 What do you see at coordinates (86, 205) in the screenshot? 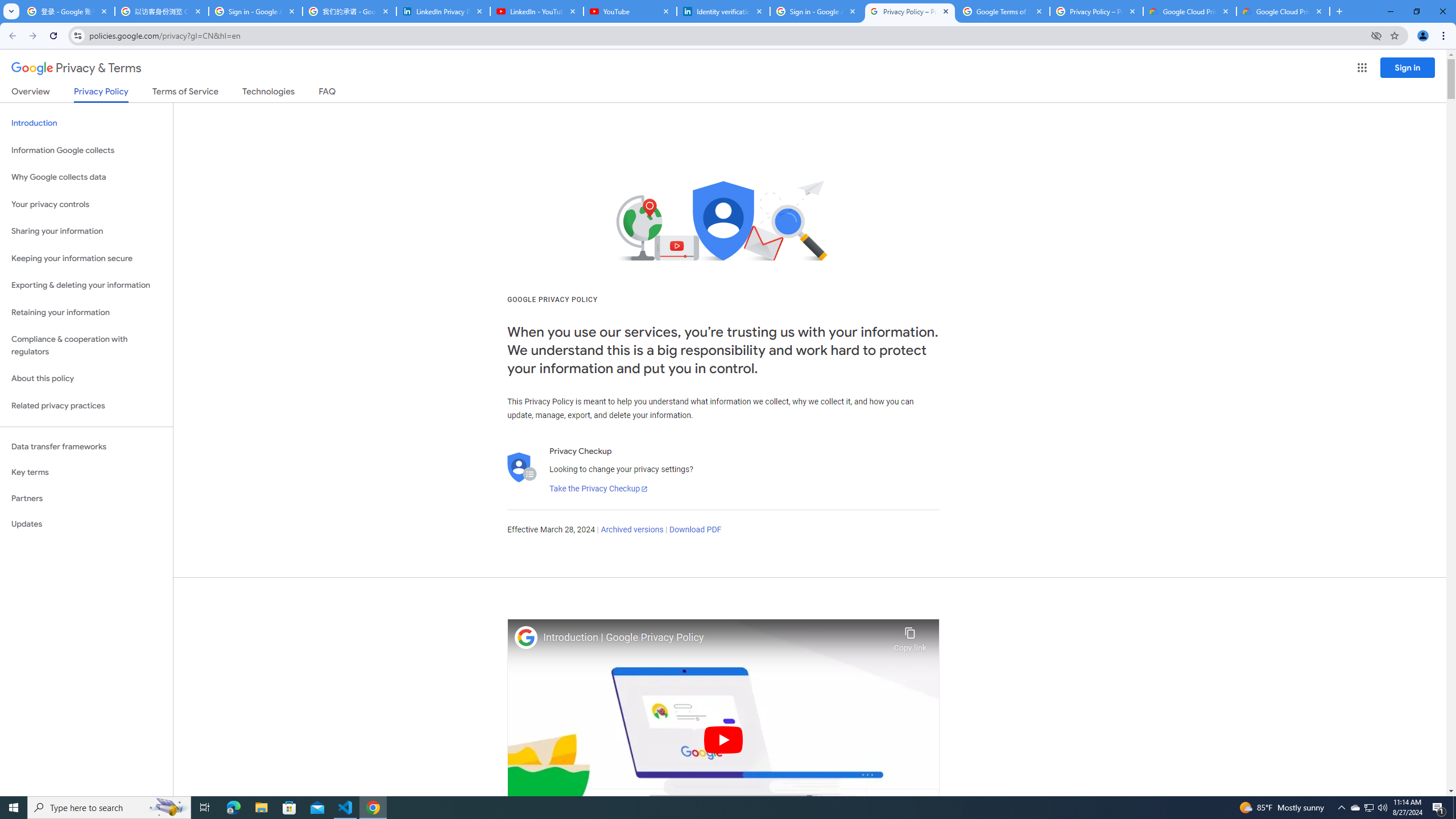
I see `'Your privacy controls'` at bounding box center [86, 205].